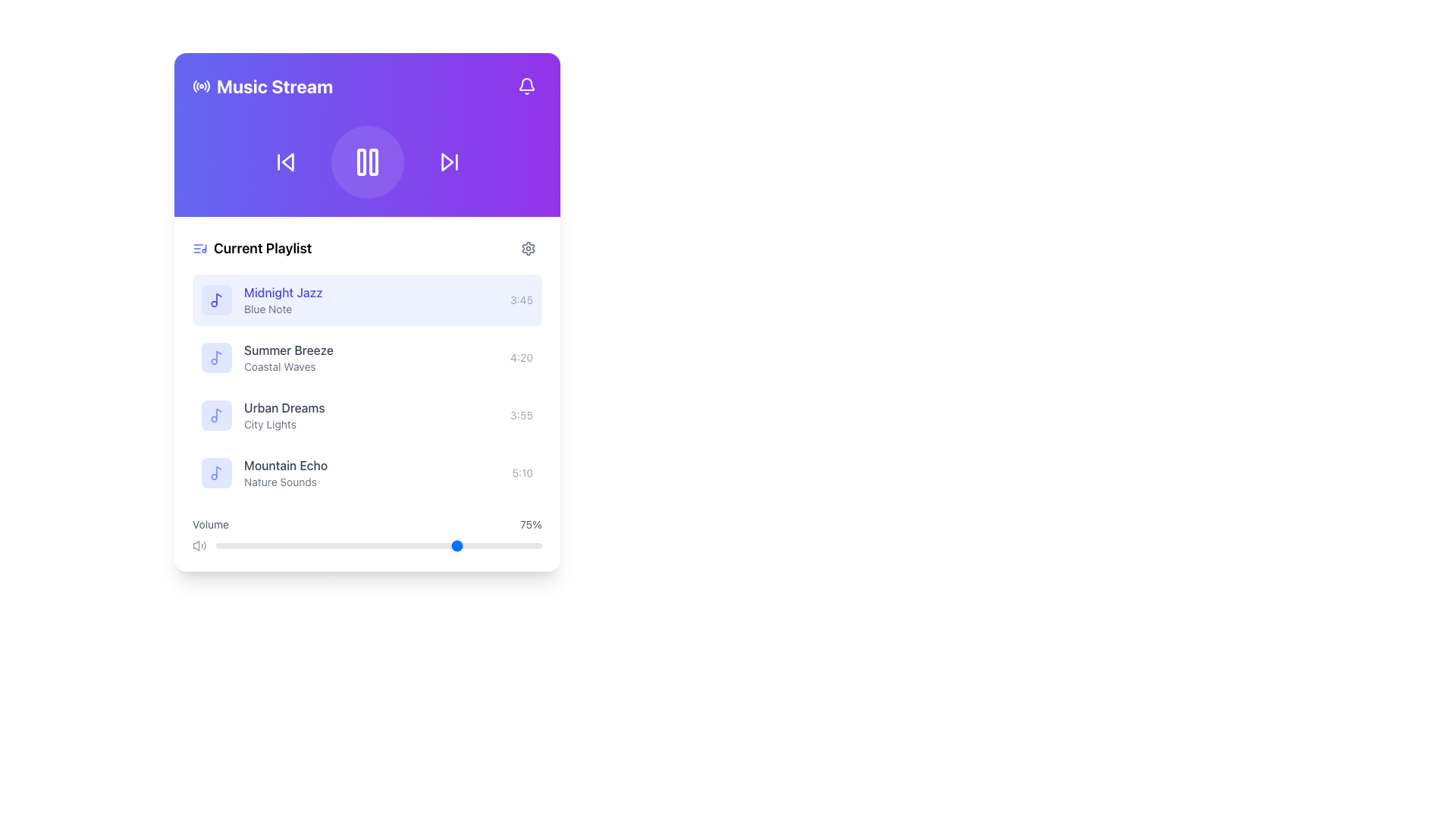 This screenshot has height=819, width=1456. Describe the element at coordinates (528, 247) in the screenshot. I see `the circular gear icon button styled in gray, located to the right of the 'Current Playlist' label` at that location.